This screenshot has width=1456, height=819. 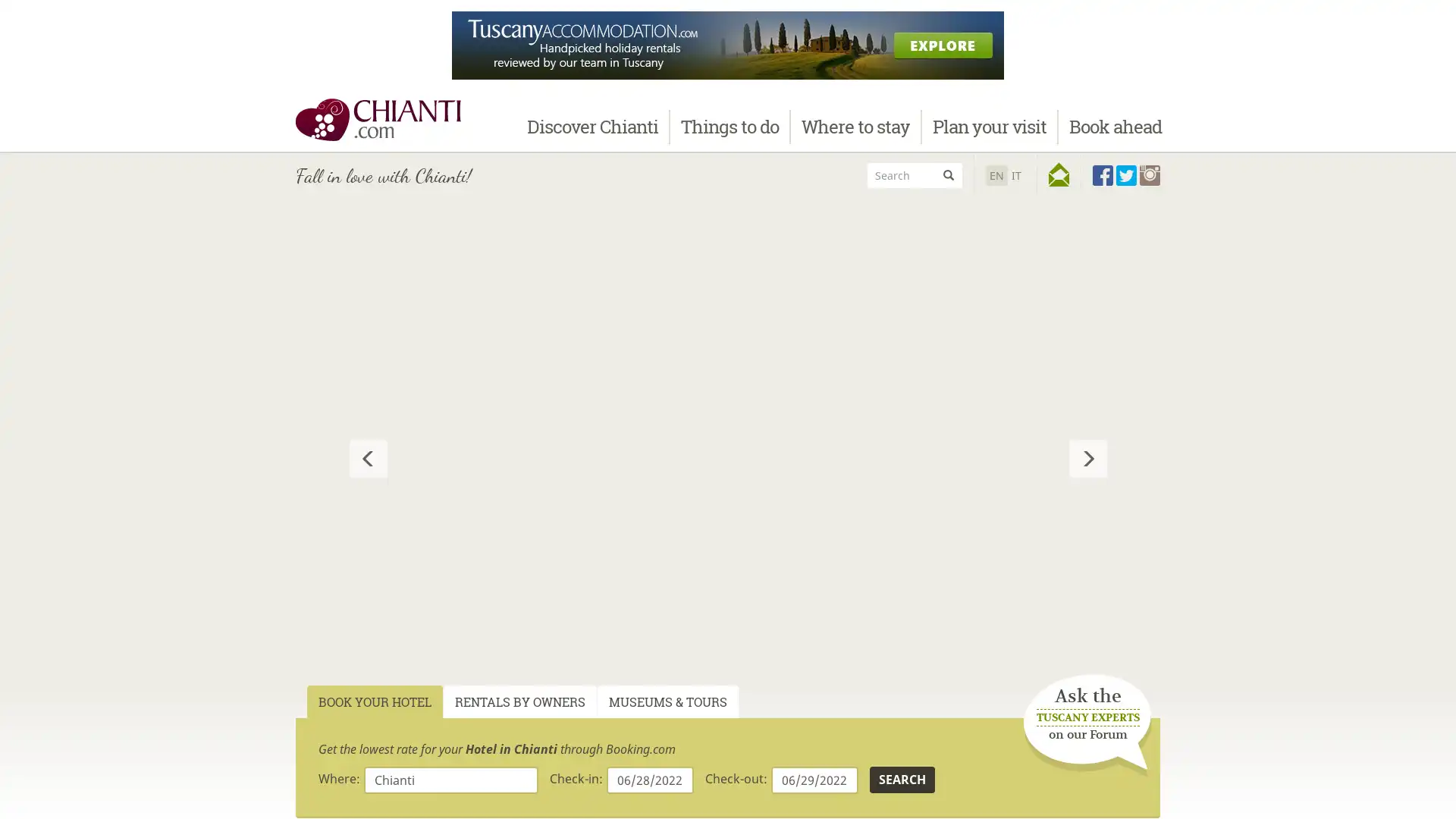 I want to click on Book ahead, so click(x=1115, y=126).